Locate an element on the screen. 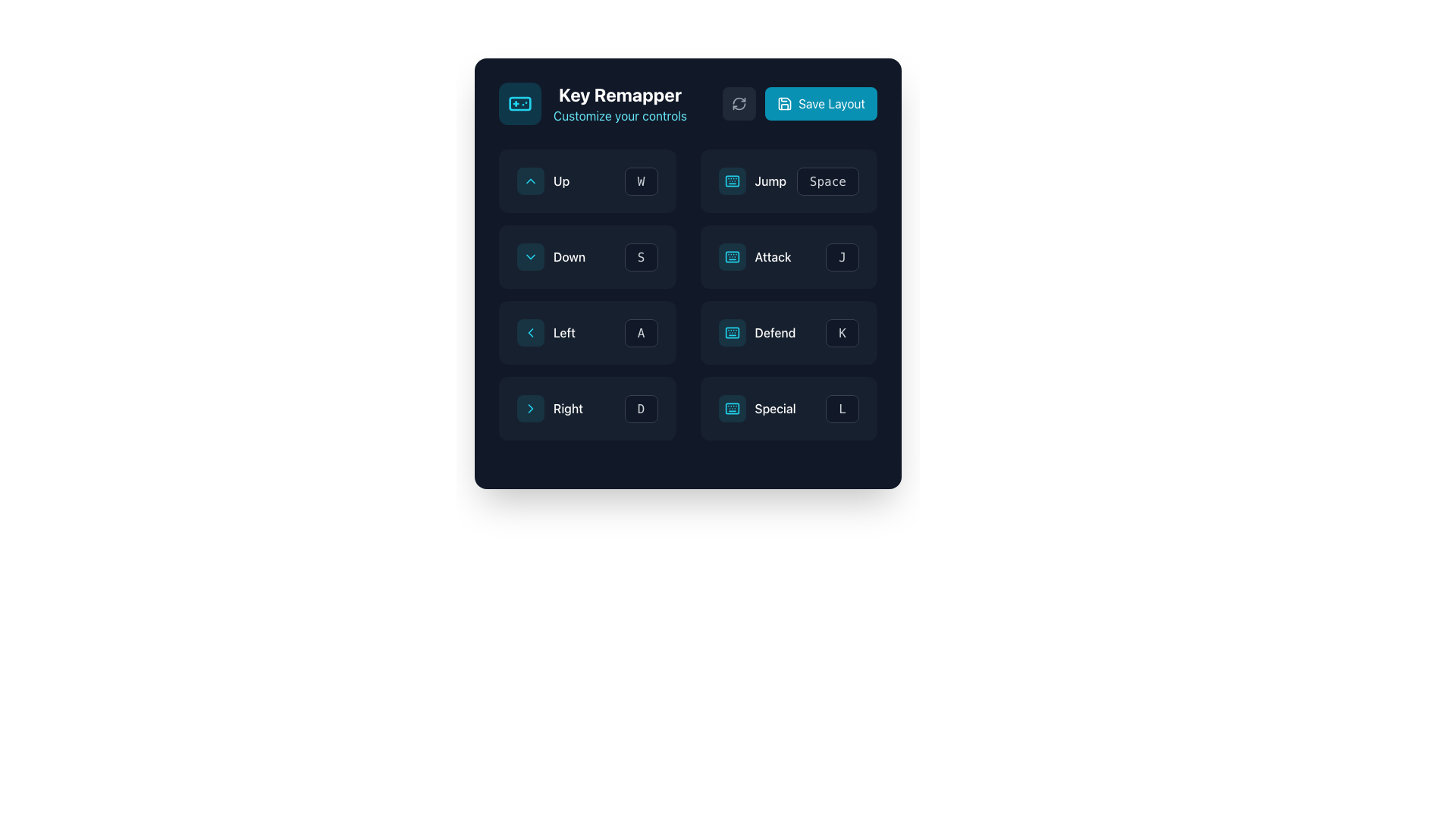 This screenshot has height=819, width=1456. the keyboard icon located is located at coordinates (732, 180).